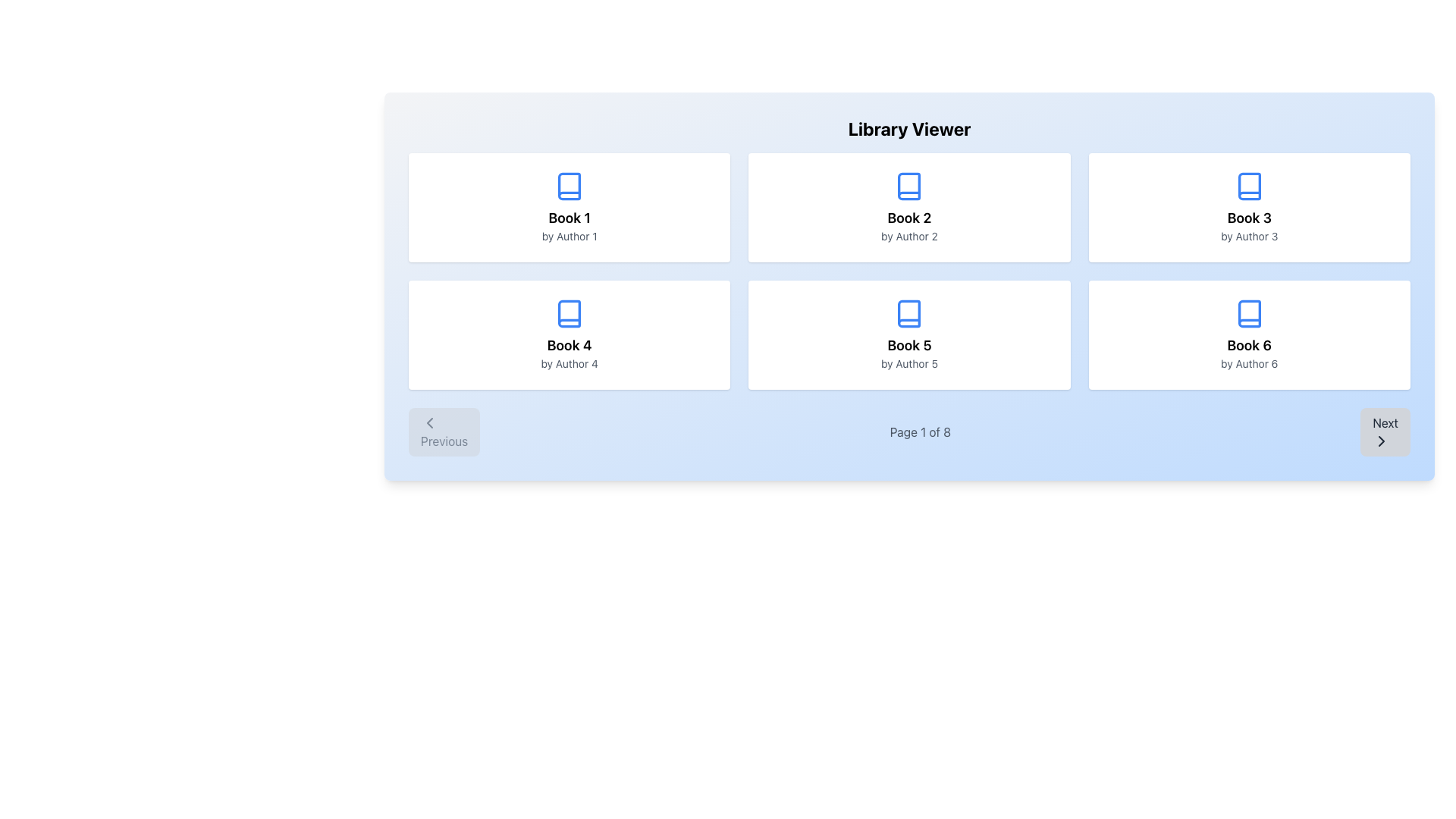  I want to click on the SVG Icon representing 'Book 3 by Author 3' which is visually positioned above the book's title and author name within the card, so click(1249, 186).